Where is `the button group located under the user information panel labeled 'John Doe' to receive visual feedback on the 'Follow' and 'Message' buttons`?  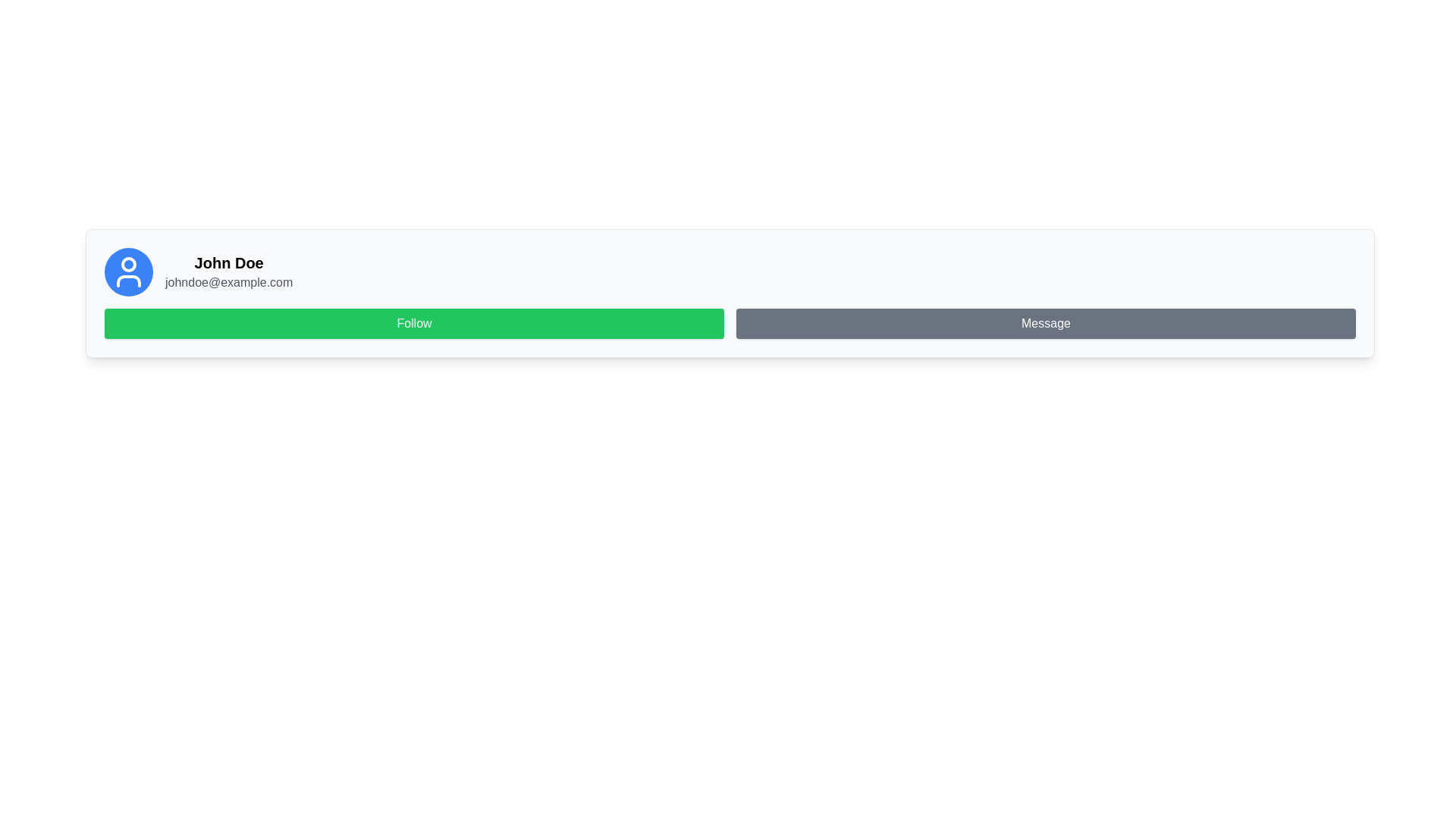
the button group located under the user information panel labeled 'John Doe' to receive visual feedback on the 'Follow' and 'Message' buttons is located at coordinates (730, 323).